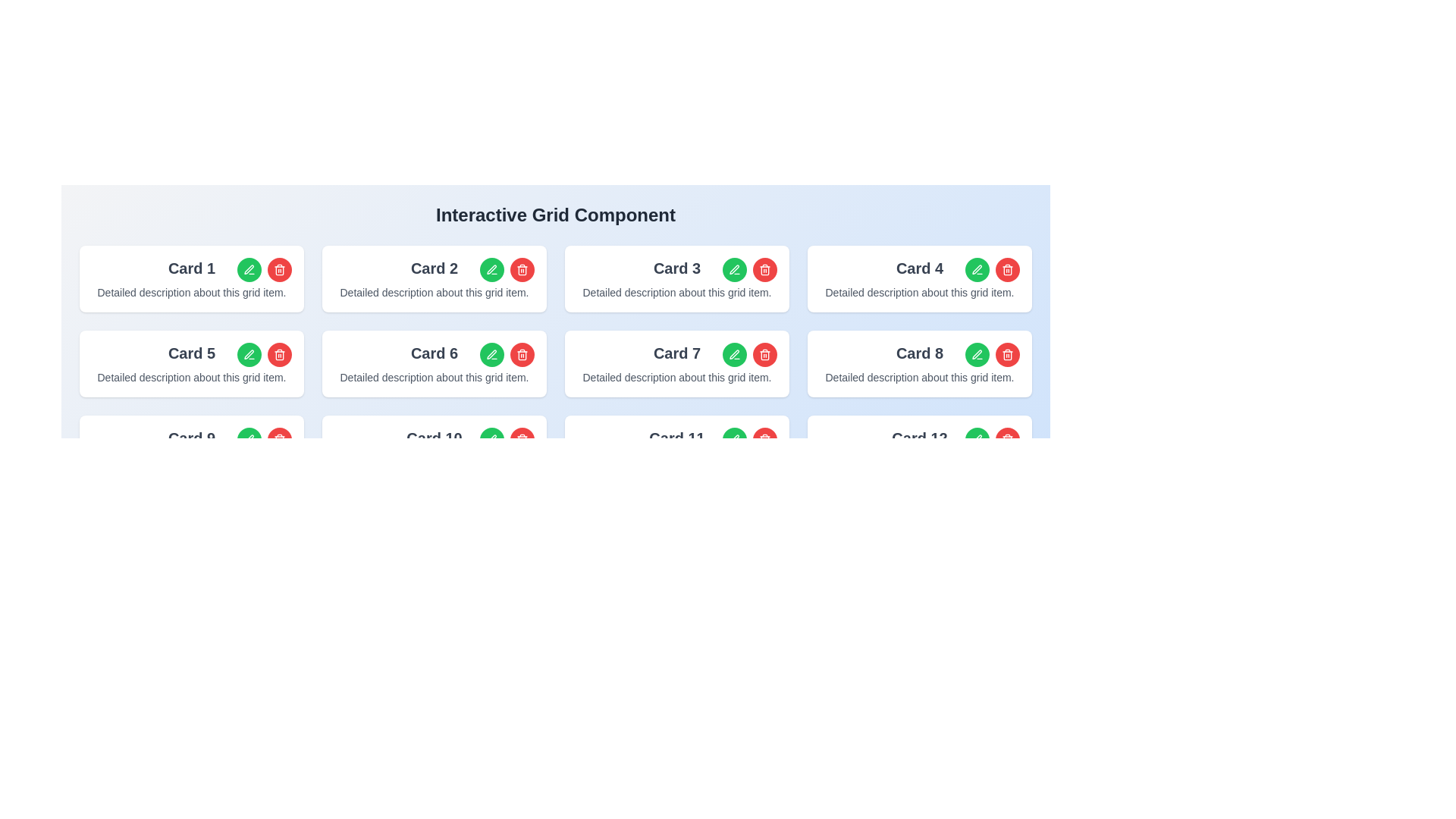 The width and height of the screenshot is (1456, 819). I want to click on the delete button in the top-right corner of 'Card 5', so click(280, 354).